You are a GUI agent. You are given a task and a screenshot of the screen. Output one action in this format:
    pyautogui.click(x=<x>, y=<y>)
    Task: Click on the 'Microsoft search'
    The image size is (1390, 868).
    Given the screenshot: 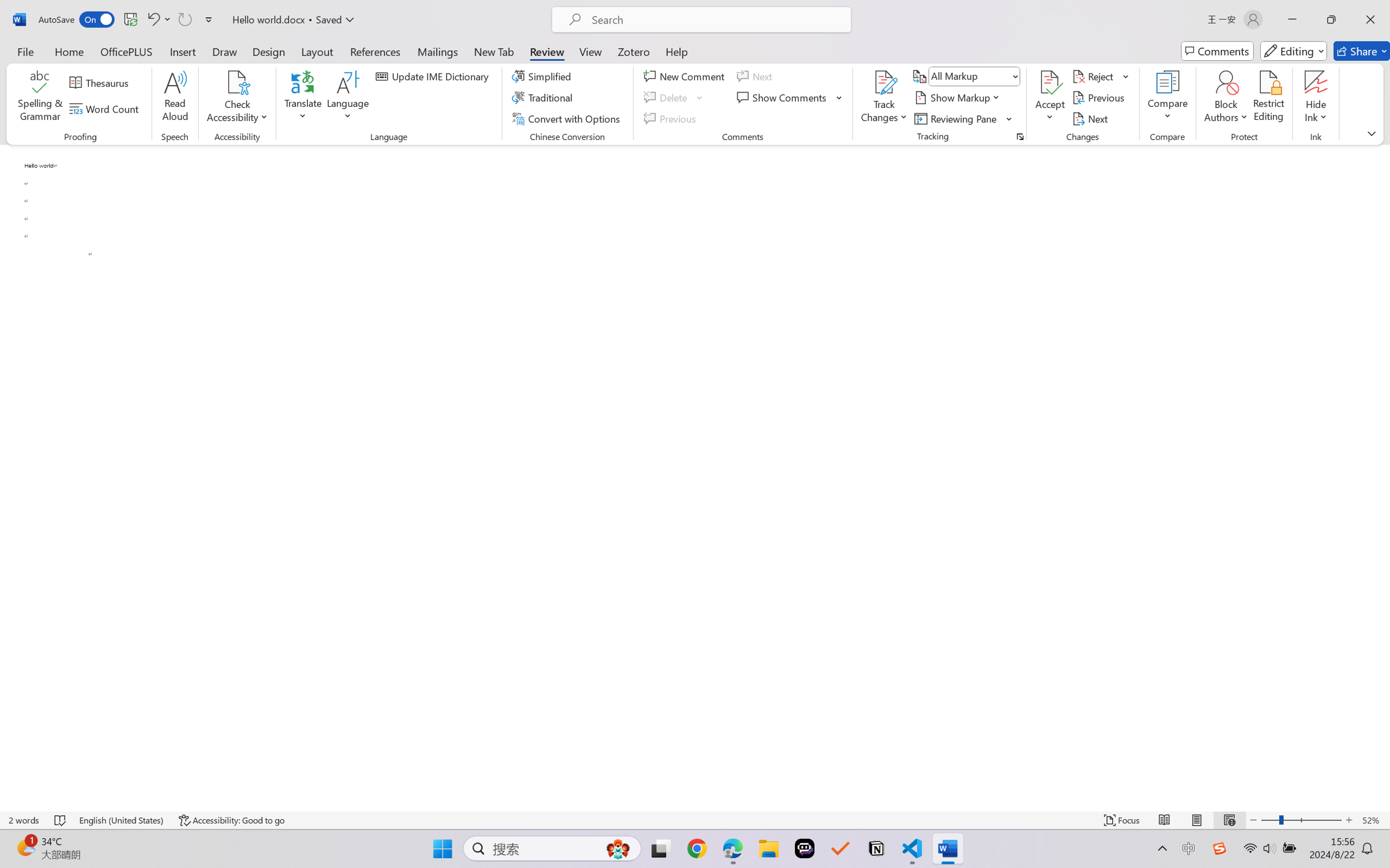 What is the action you would take?
    pyautogui.click(x=716, y=19)
    